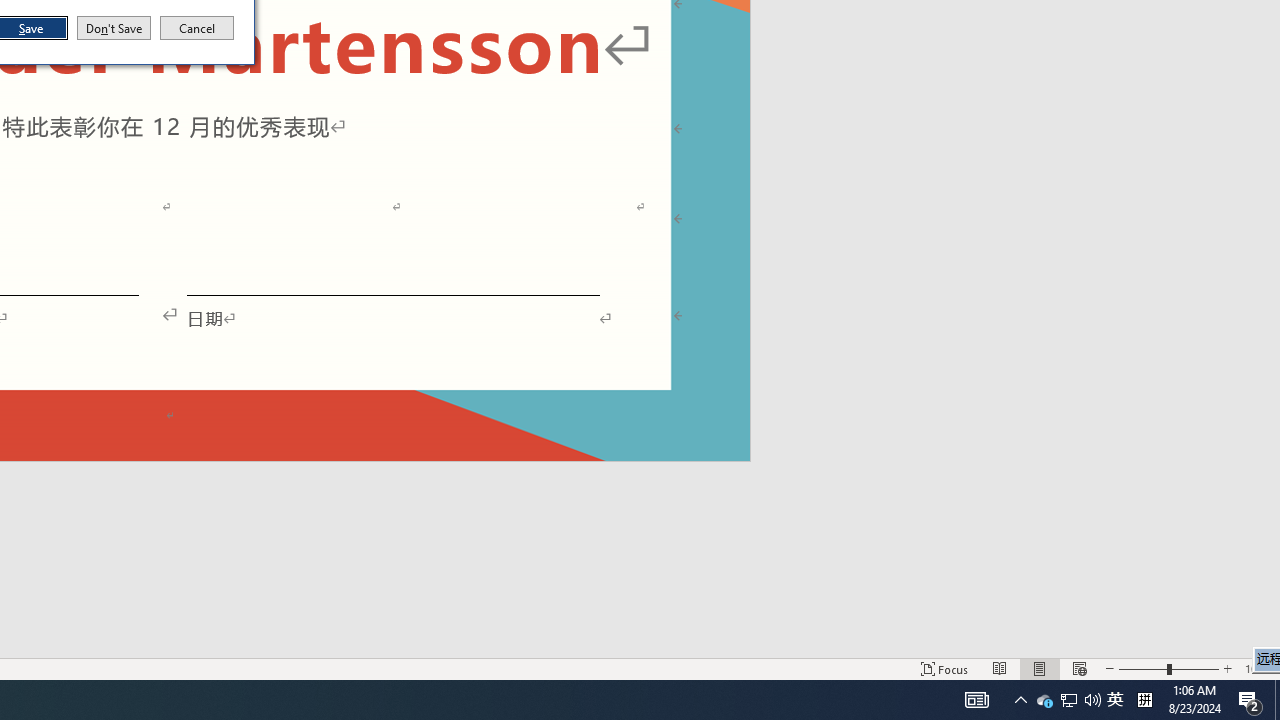 The width and height of the screenshot is (1280, 720). I want to click on 'Zoom 104%', so click(1257, 669).